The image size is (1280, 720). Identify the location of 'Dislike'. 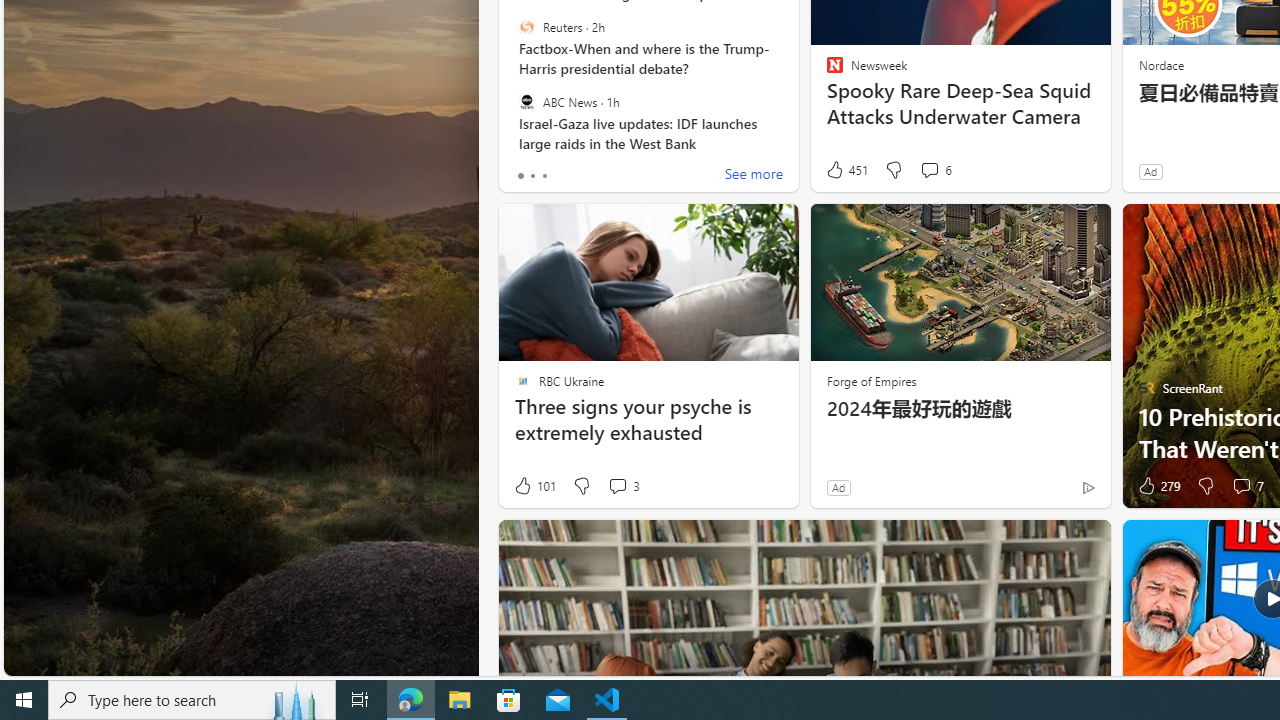
(1204, 486).